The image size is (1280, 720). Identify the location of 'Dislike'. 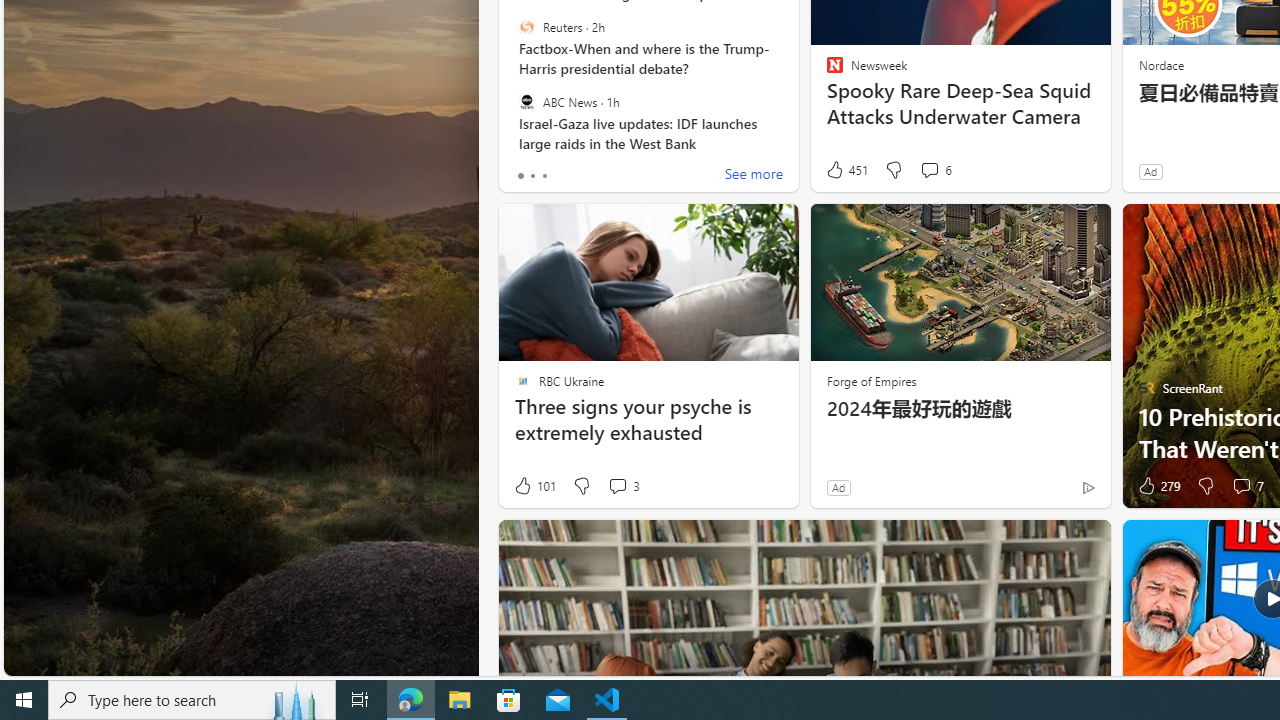
(1204, 486).